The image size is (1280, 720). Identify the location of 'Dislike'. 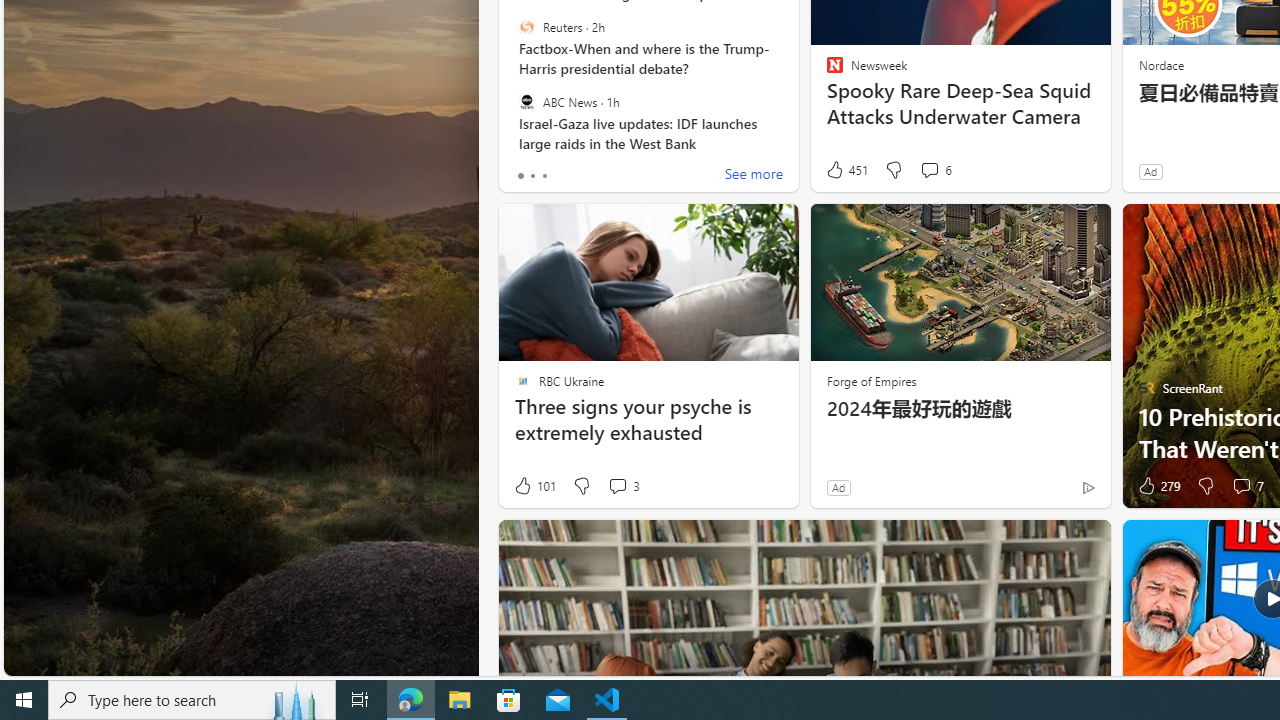
(1204, 486).